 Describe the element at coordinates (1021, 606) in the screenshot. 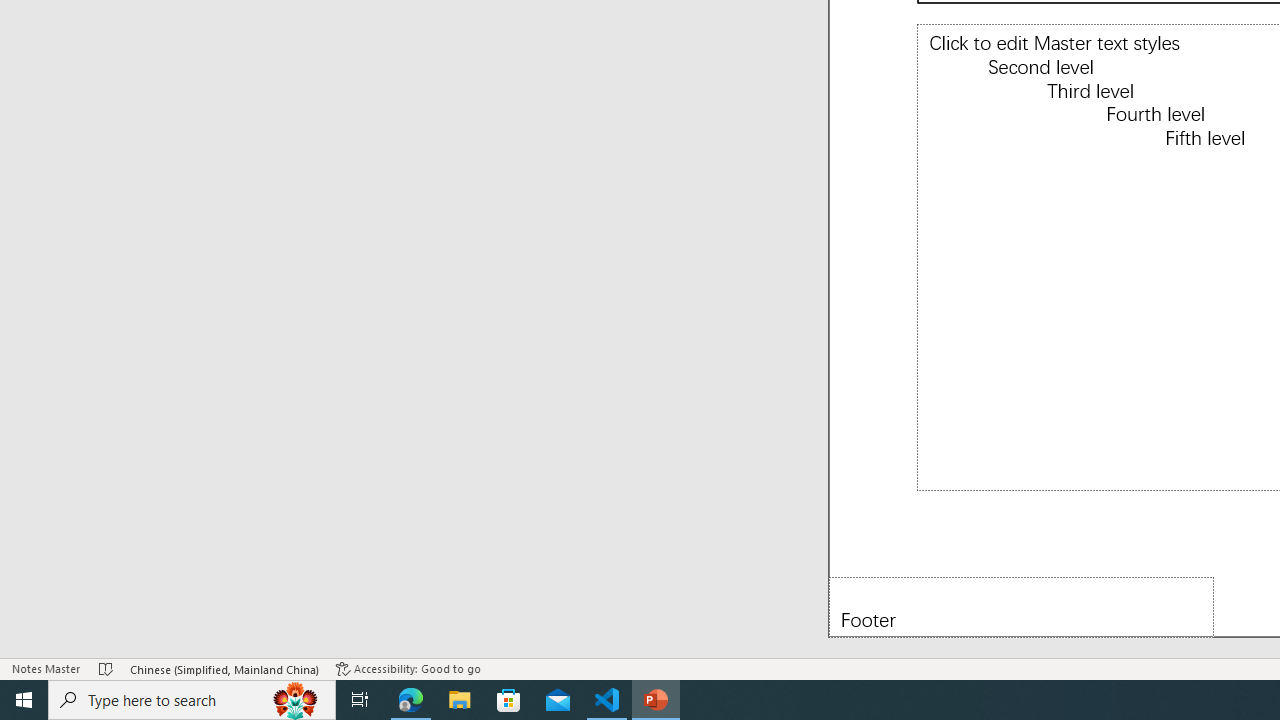

I see `'Footer'` at that location.